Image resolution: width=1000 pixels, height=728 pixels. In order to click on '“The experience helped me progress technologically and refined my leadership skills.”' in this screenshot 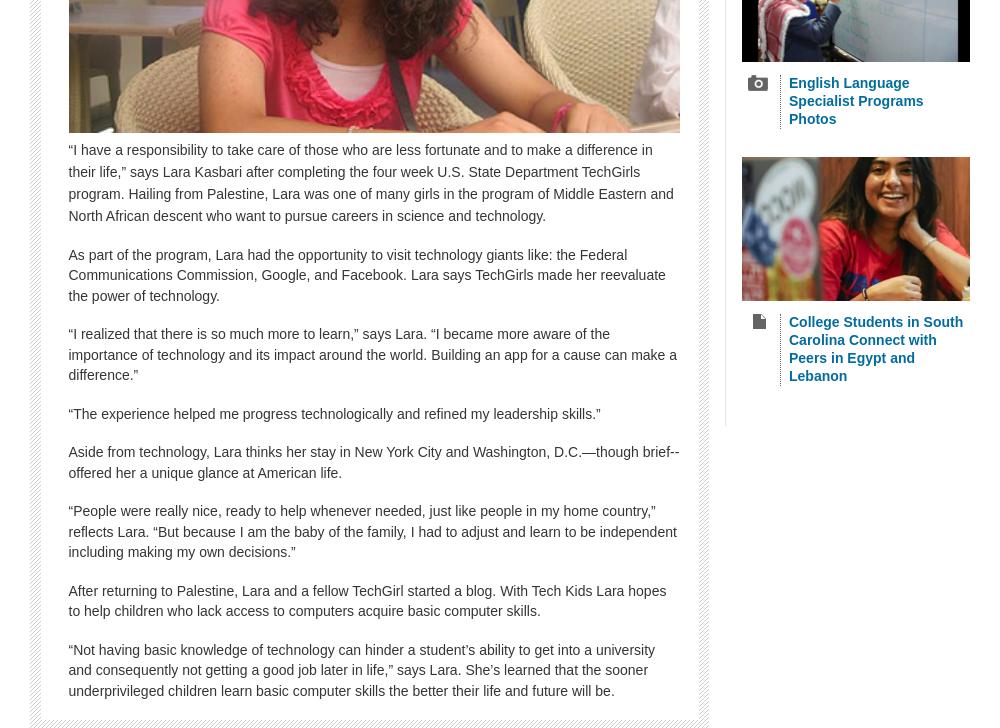, I will do `click(333, 412)`.